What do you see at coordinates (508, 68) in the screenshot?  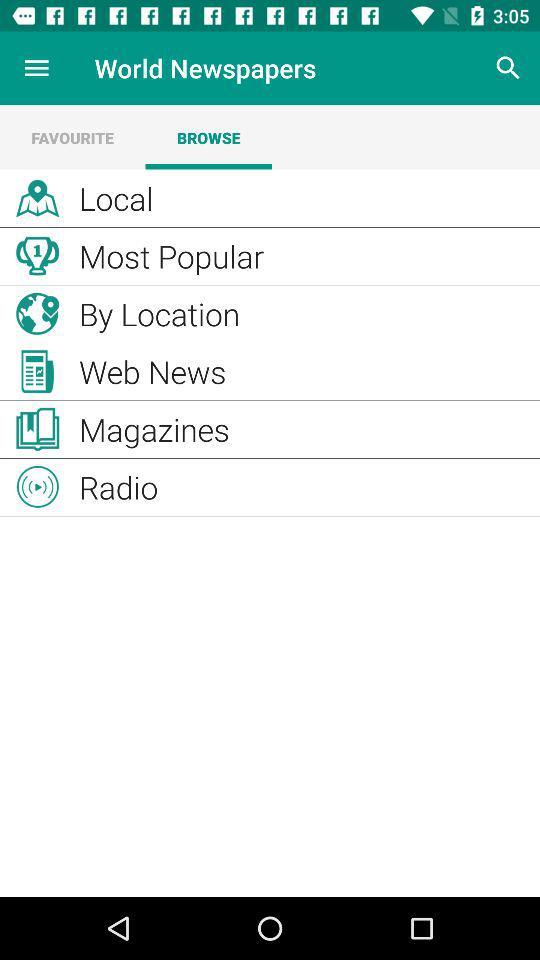 I see `the app to the right of world newspapers` at bounding box center [508, 68].